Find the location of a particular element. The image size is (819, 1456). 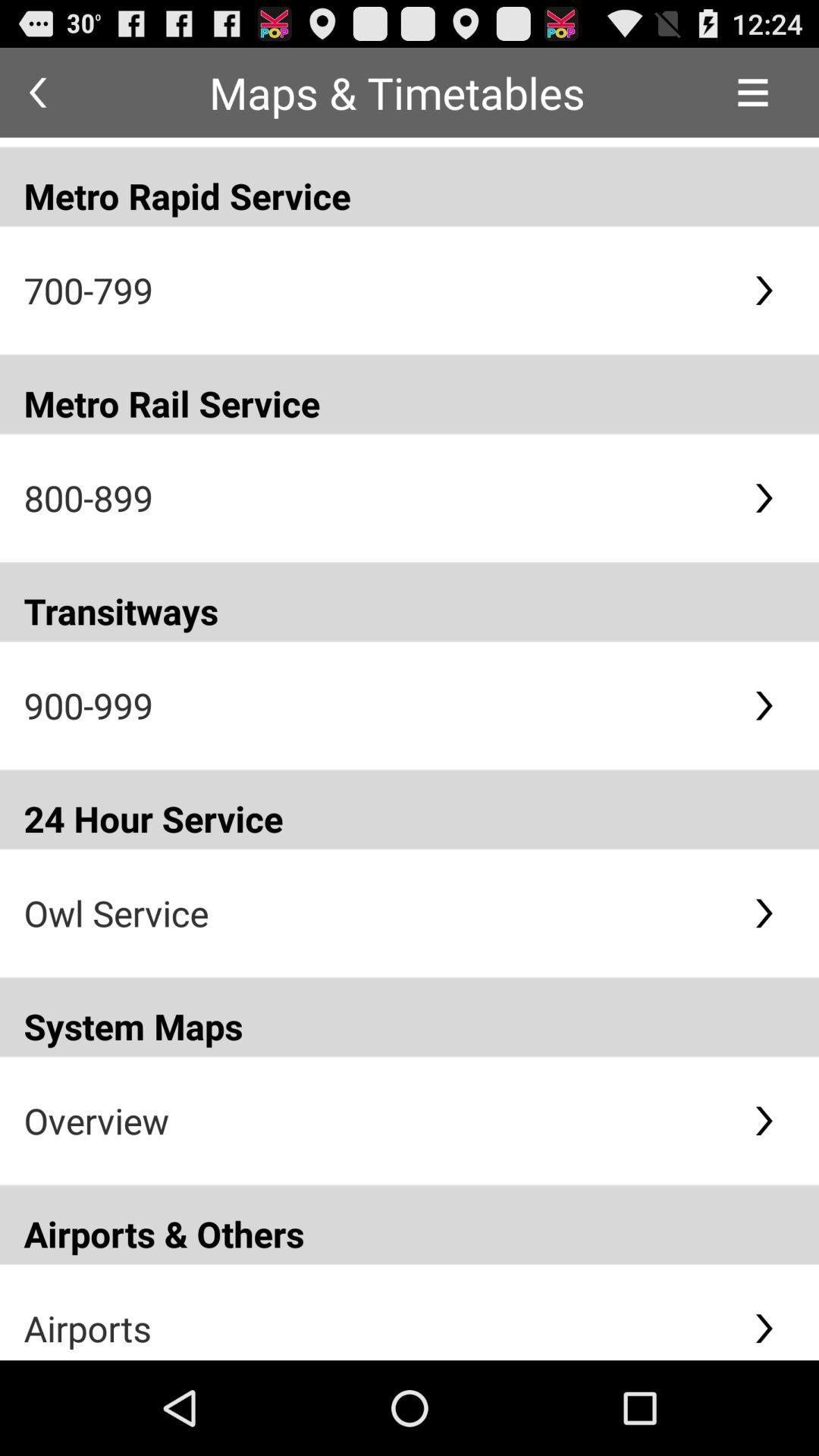

the 800-899 item is located at coordinates (375, 497).